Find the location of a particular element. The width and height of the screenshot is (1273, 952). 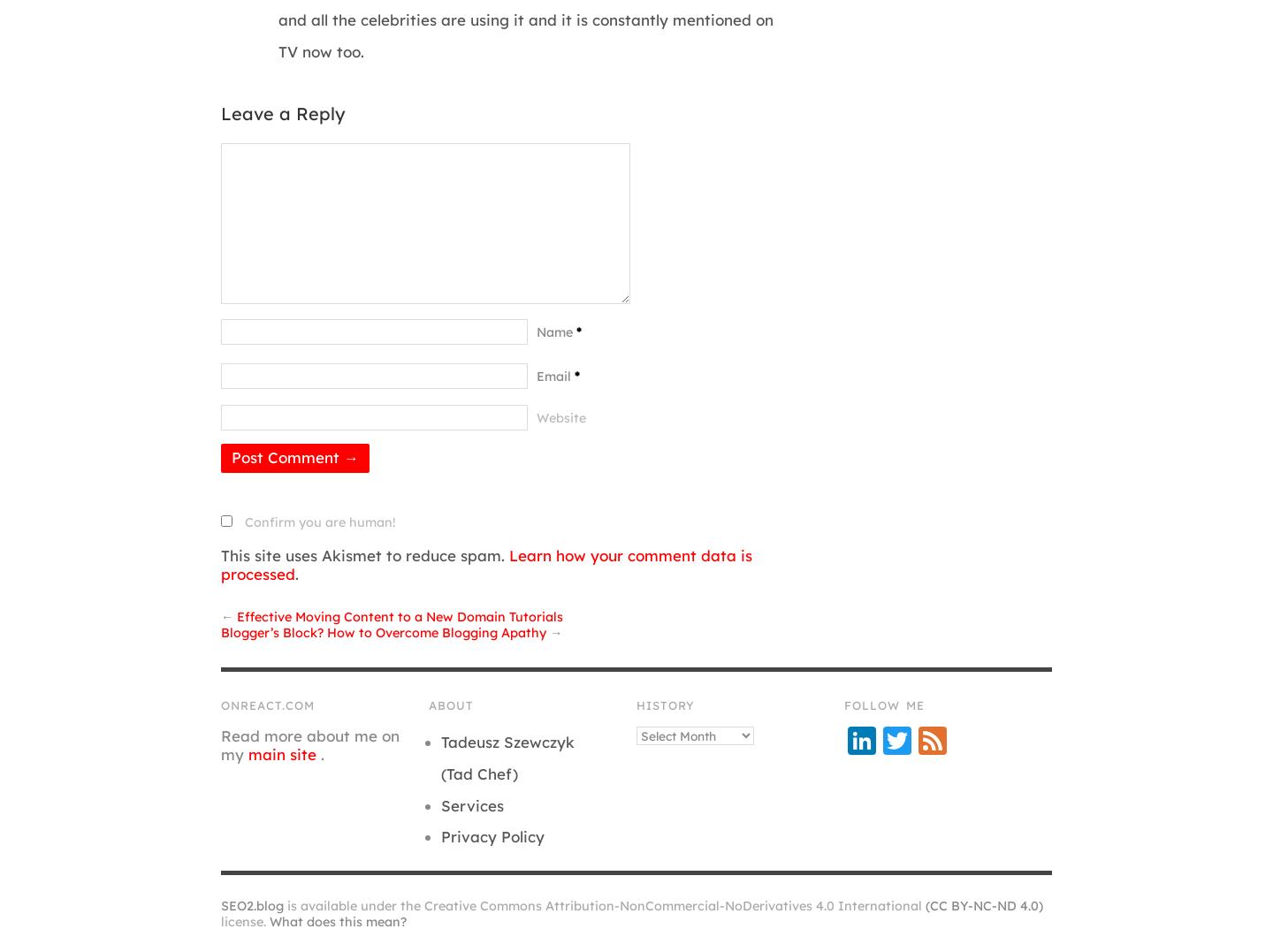

'Follow Me' is located at coordinates (883, 704).